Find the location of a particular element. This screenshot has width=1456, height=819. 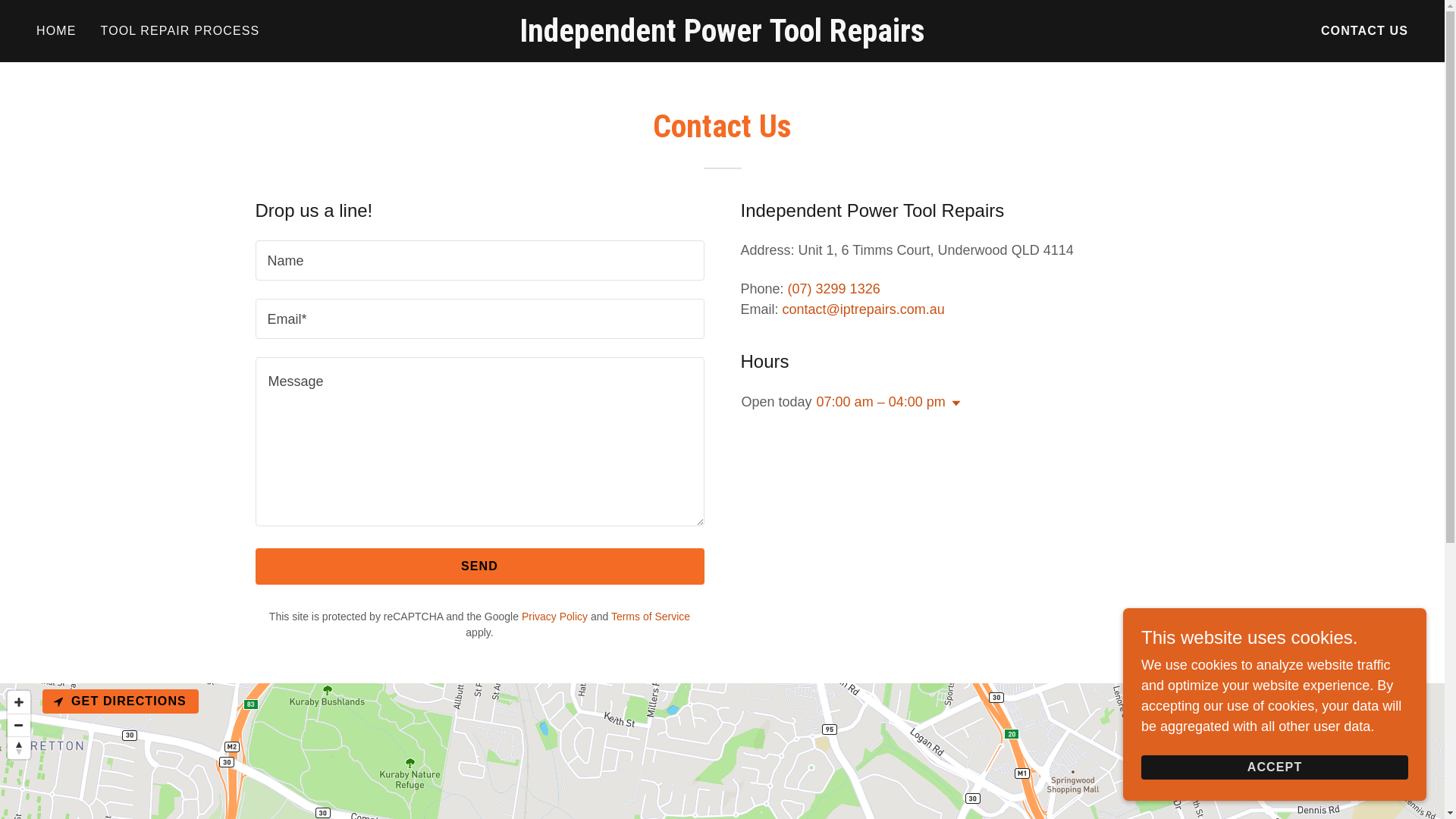

'Zoom out' is located at coordinates (18, 724).